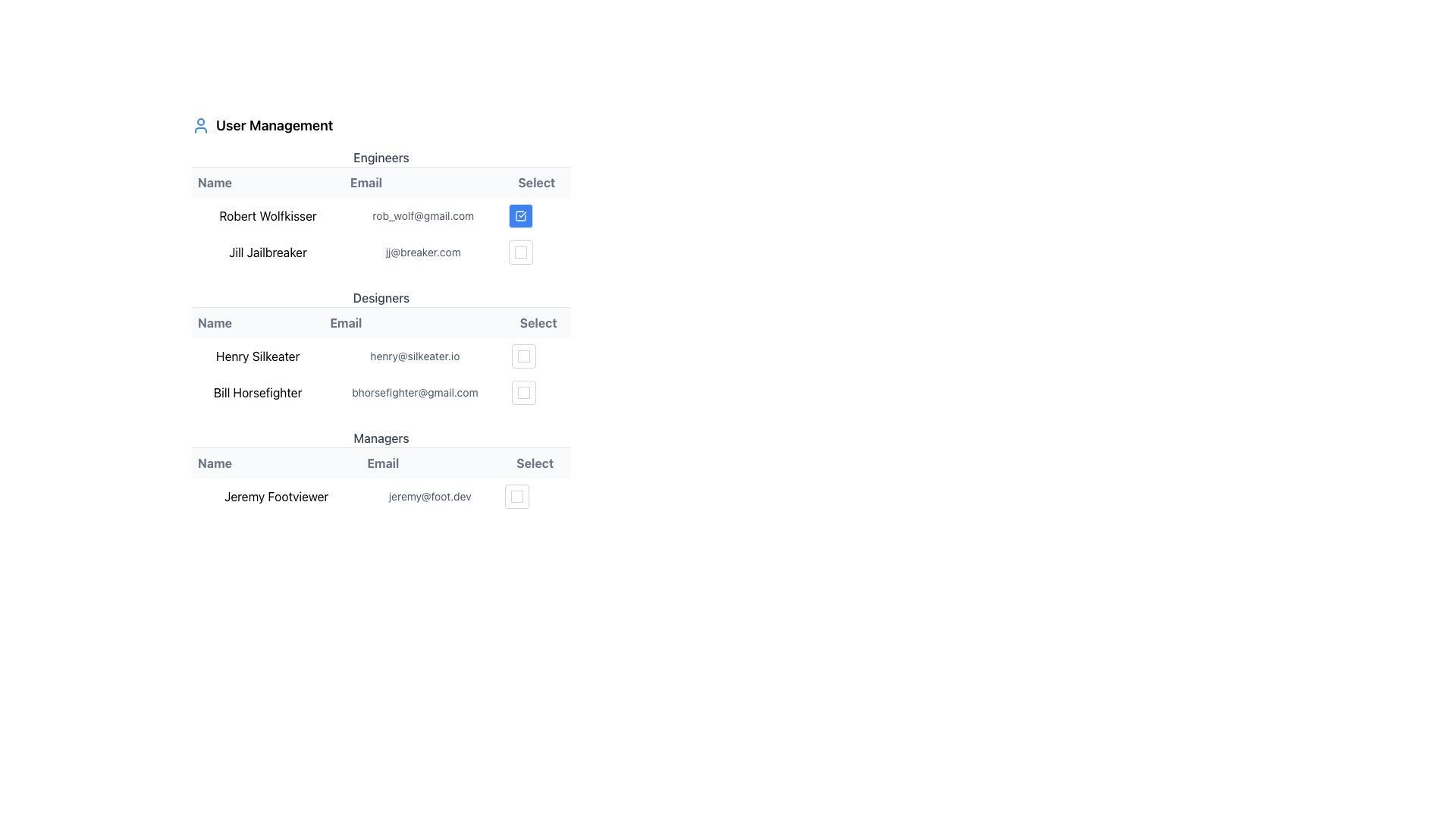 The image size is (1456, 819). Describe the element at coordinates (381, 461) in the screenshot. I see `the text label group in the 'Managers' section of the user management interface` at that location.